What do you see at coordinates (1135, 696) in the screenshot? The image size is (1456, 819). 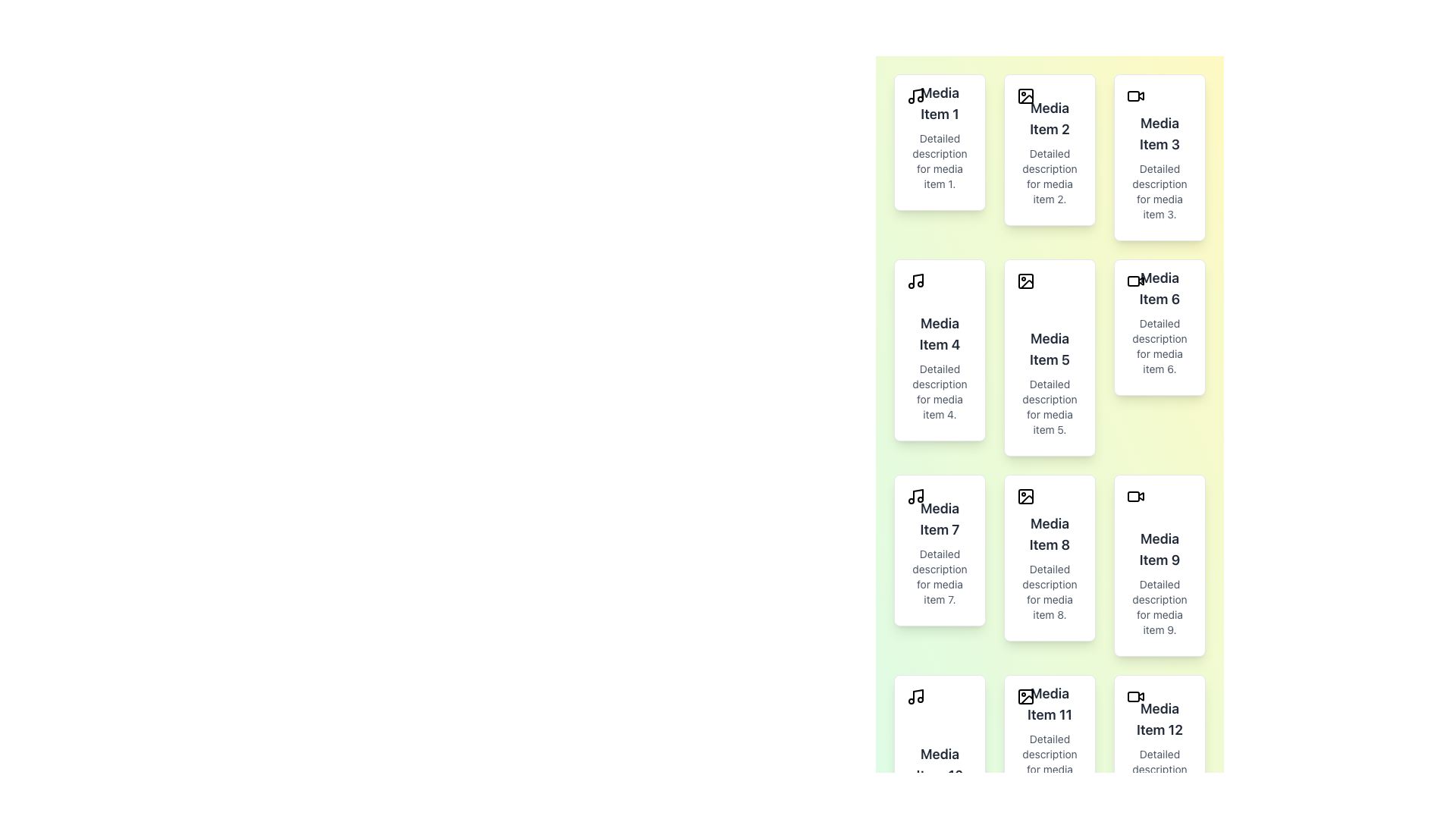 I see `the video camera icon located at the top-left corner of 'Media Item 12' card in the bottom-right corner of the grid layout` at bounding box center [1135, 696].